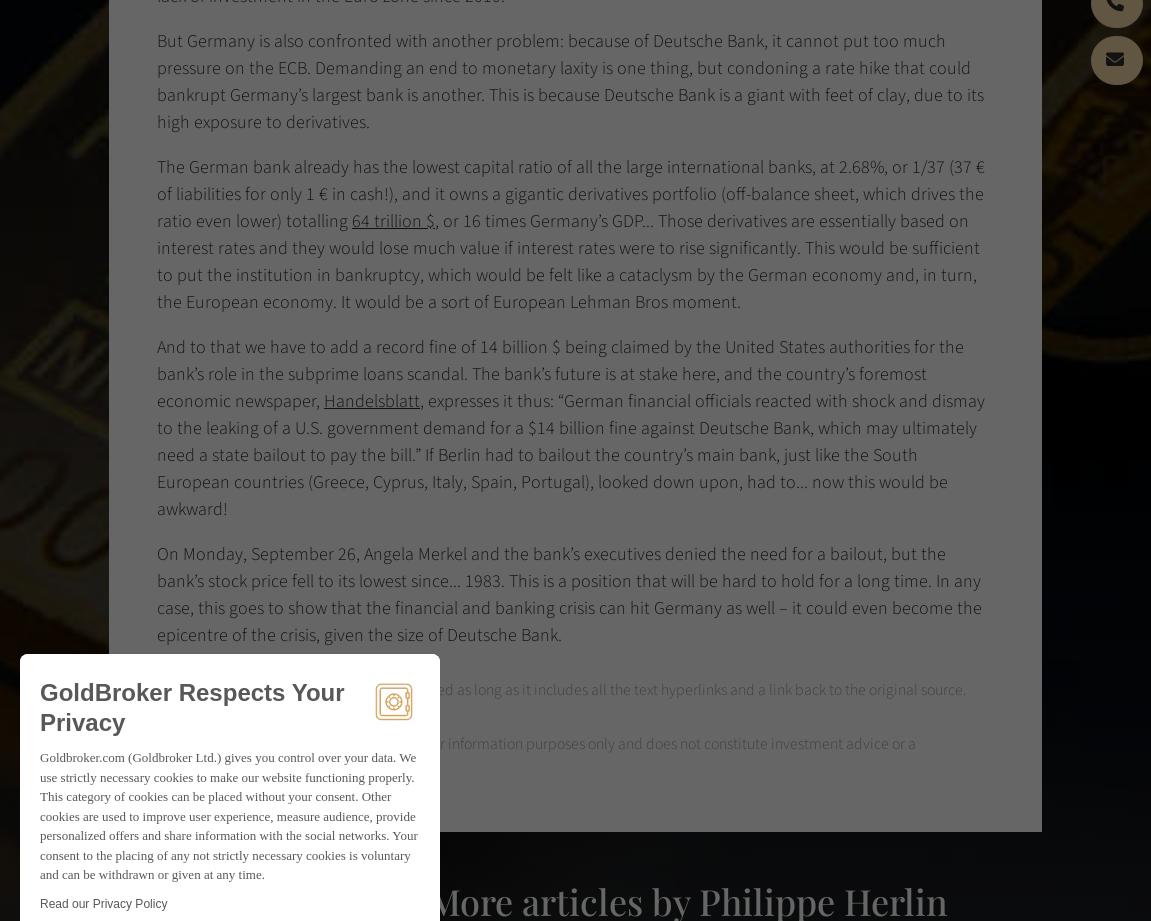 The image size is (1151, 921). I want to click on ', expresses it thus: “German financial officials reacted with shock and dismay to the leaking of a U.S. government demand for a $14 billion fine against Deutsche Bank, which may ultimately need a state bailout to pay the bill.” If Berlin had to bailout the country’s main bank, just like the South European countries (Greece, Cyprus, Italy, Spain, Portugal), looked down upon, had to... now this would be awkward!', so click(570, 455).